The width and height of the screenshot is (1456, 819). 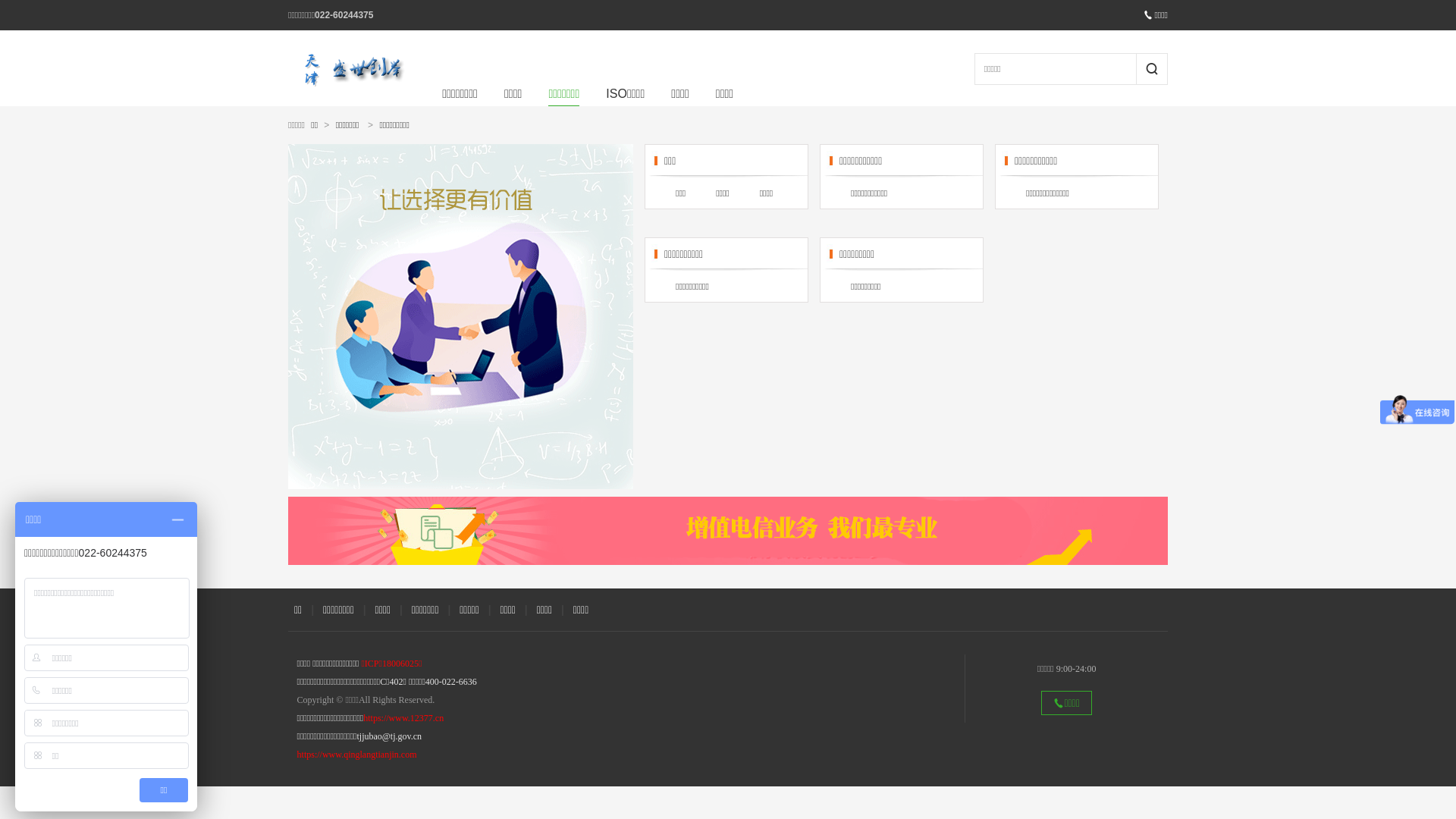 What do you see at coordinates (356, 755) in the screenshot?
I see `'https://www.qinglangtianjin.com'` at bounding box center [356, 755].